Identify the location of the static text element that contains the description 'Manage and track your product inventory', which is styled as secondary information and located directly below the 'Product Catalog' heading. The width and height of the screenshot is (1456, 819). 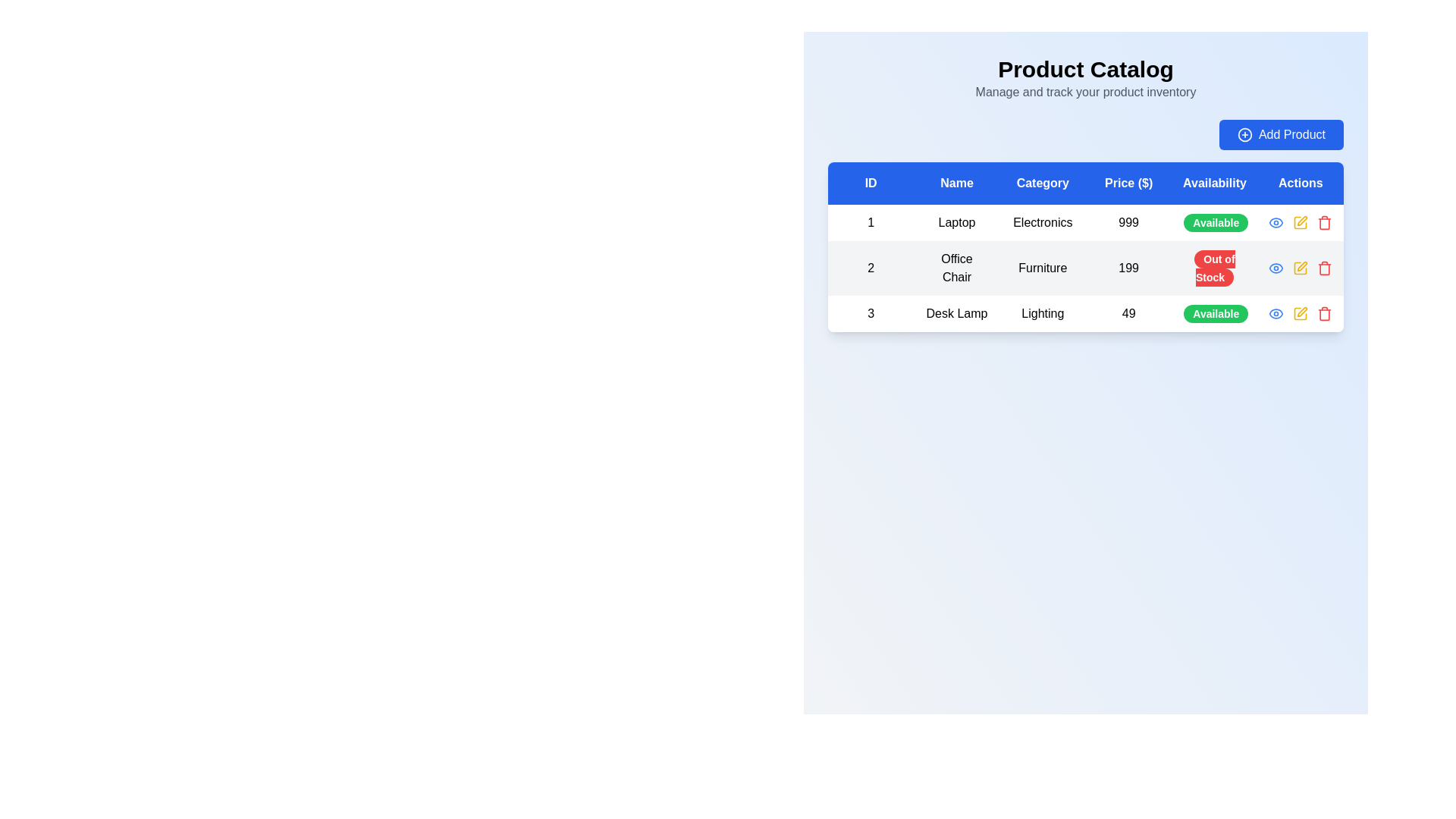
(1084, 93).